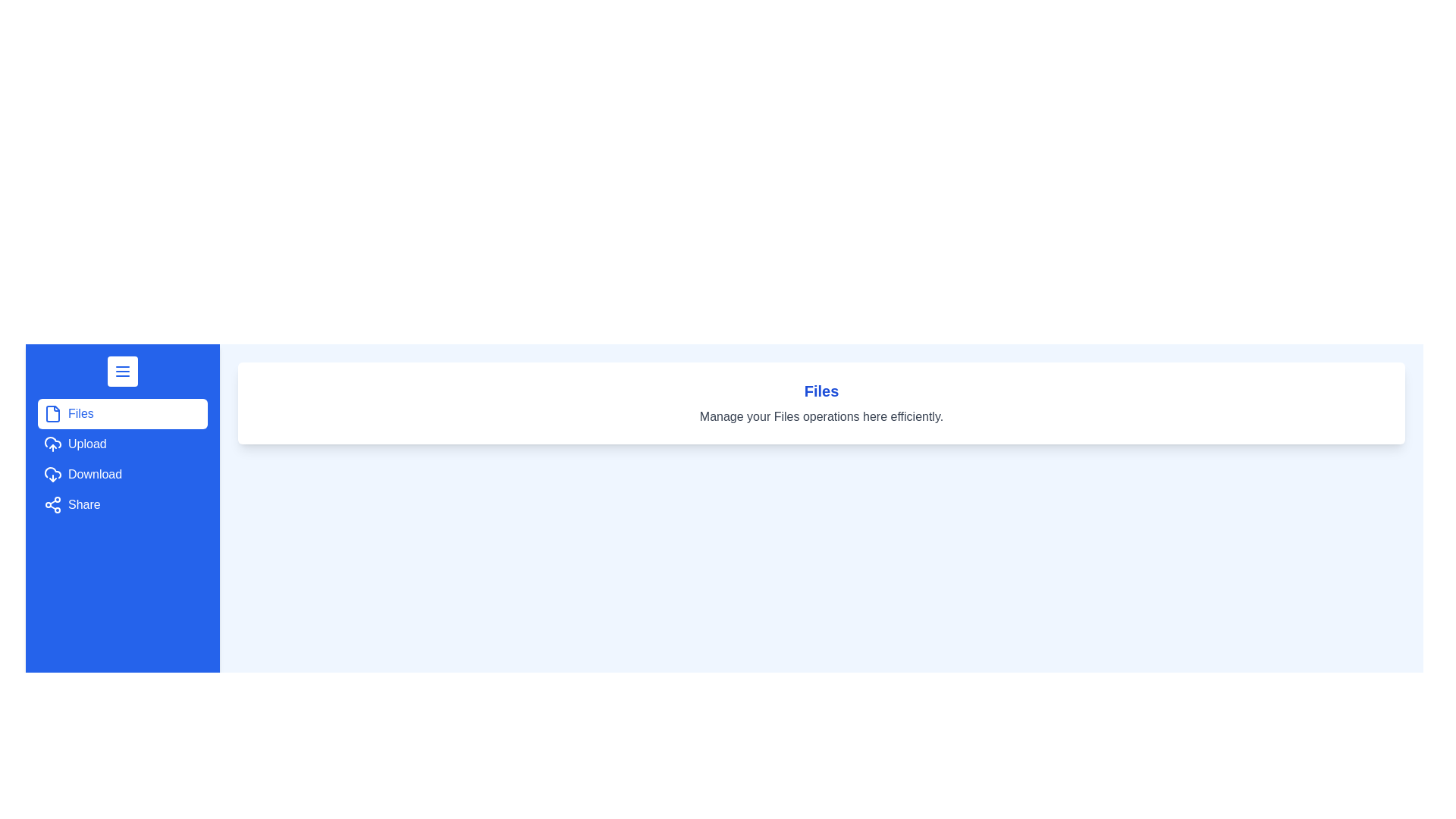 The width and height of the screenshot is (1456, 819). I want to click on the menu option Download from the drawer, so click(123, 473).